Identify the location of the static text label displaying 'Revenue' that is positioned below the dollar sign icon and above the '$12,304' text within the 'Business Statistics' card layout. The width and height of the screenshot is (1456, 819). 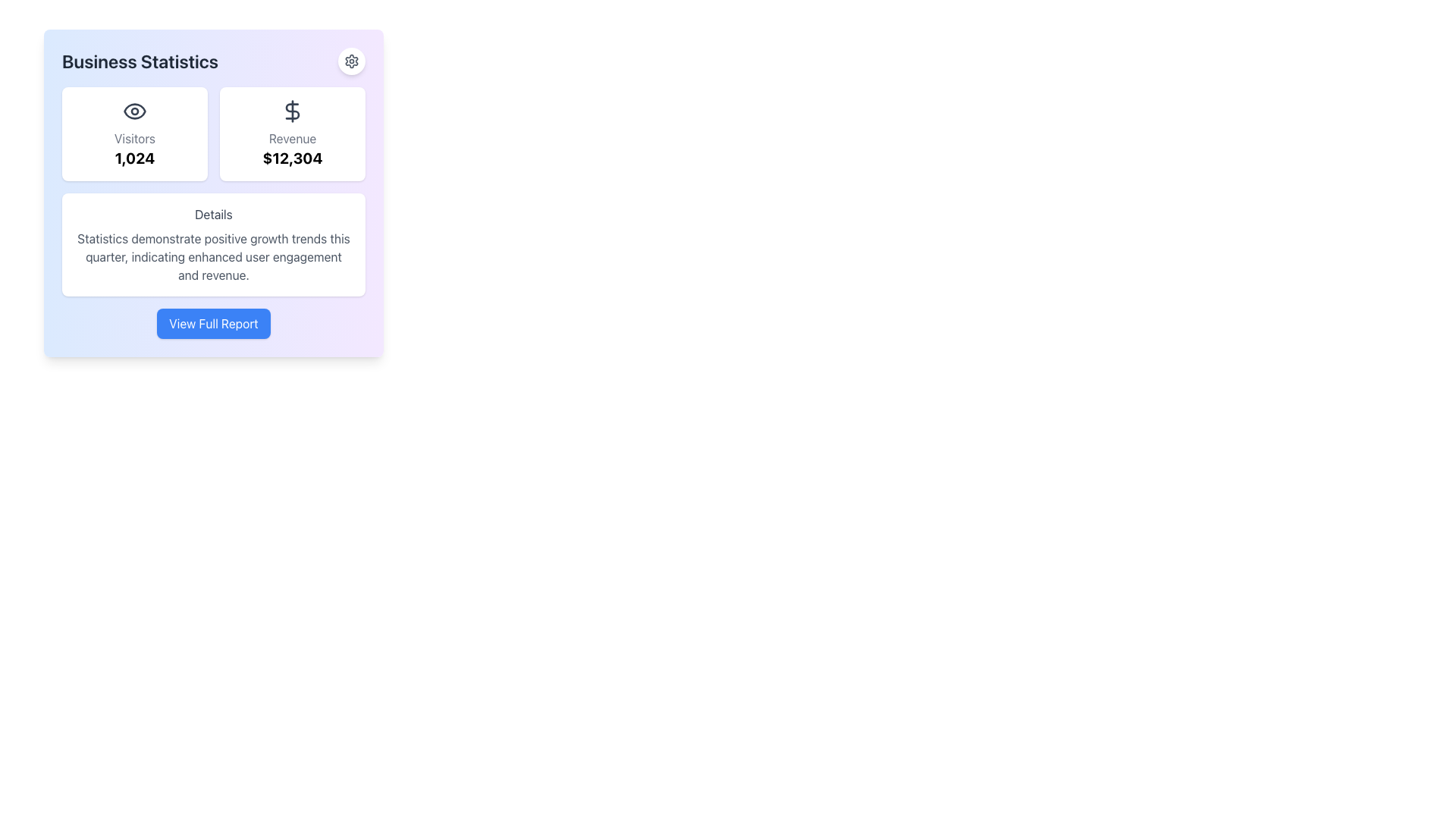
(292, 138).